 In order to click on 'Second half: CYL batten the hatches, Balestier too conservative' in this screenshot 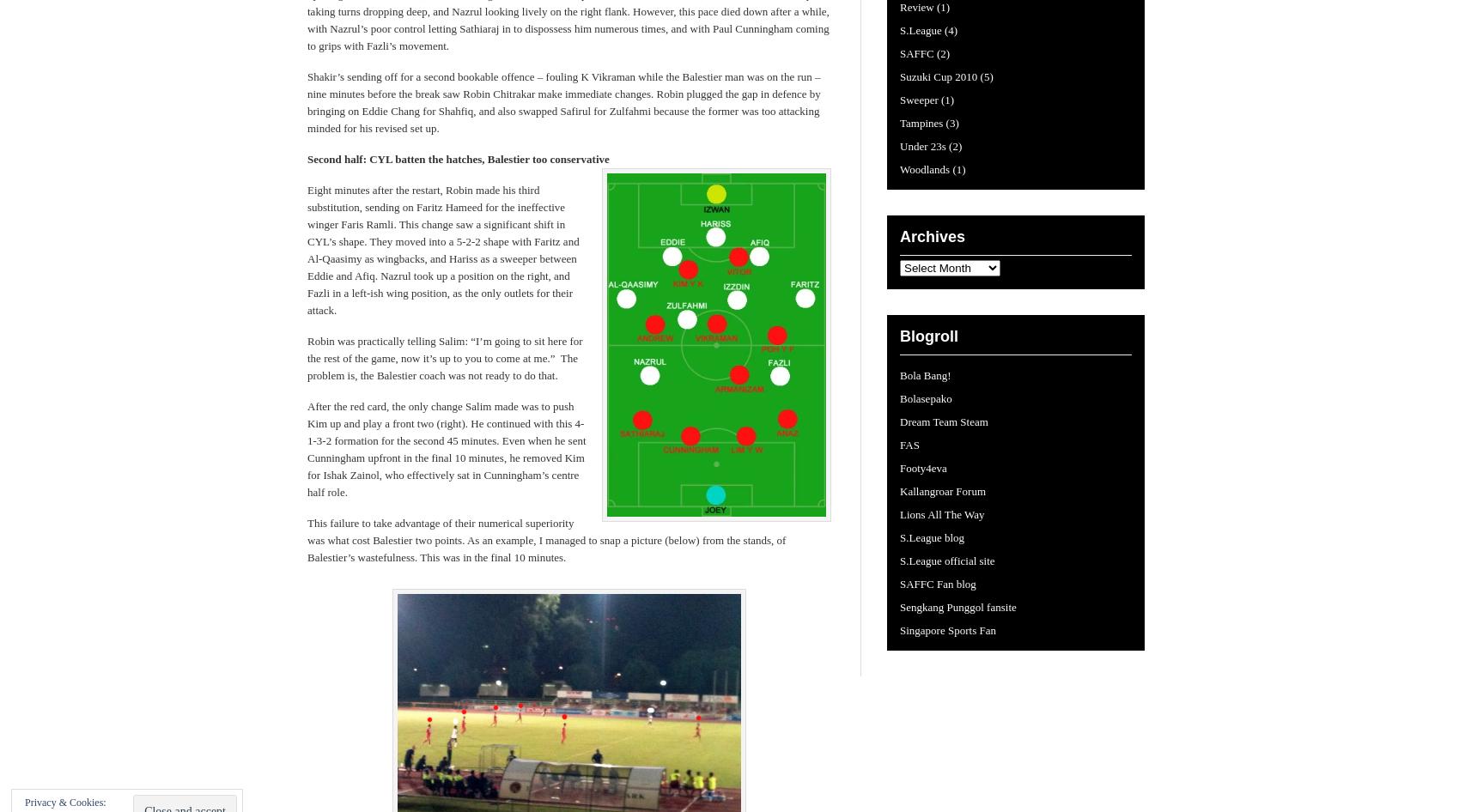, I will do `click(307, 159)`.